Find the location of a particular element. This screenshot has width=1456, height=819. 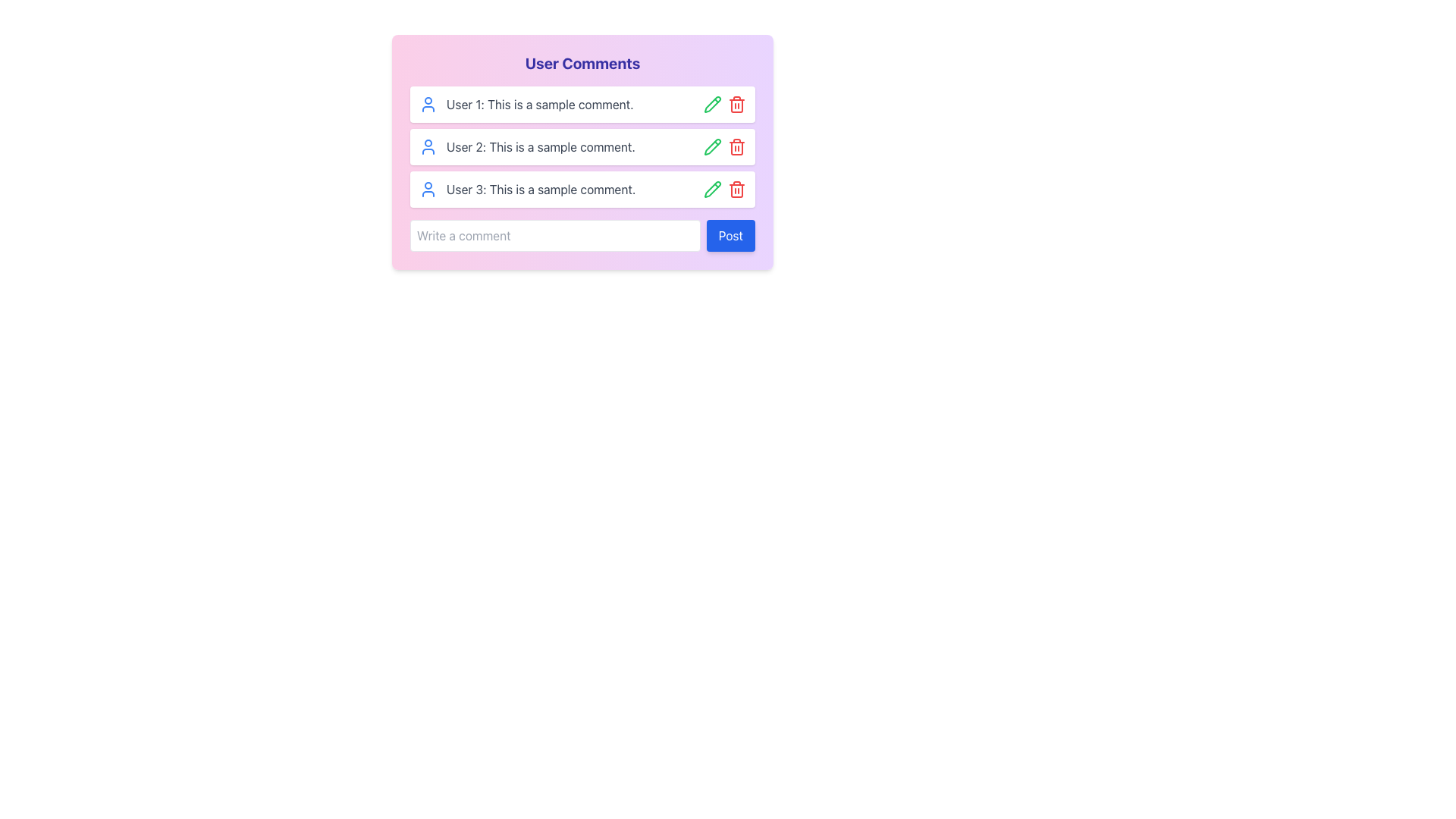

the edit button icon located in the second column of icons next to the second comment line is located at coordinates (712, 189).